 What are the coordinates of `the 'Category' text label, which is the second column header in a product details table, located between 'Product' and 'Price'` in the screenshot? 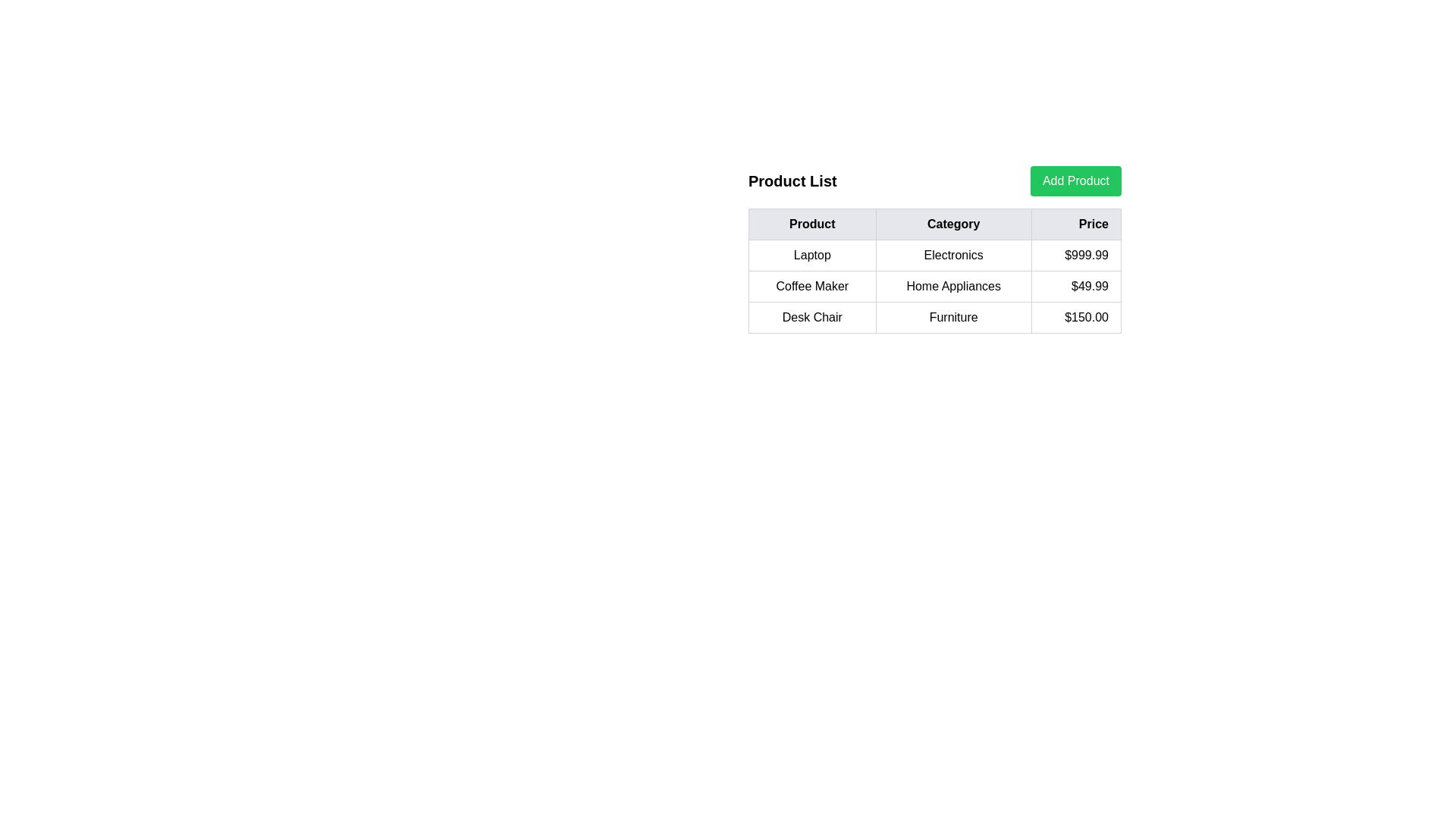 It's located at (952, 224).